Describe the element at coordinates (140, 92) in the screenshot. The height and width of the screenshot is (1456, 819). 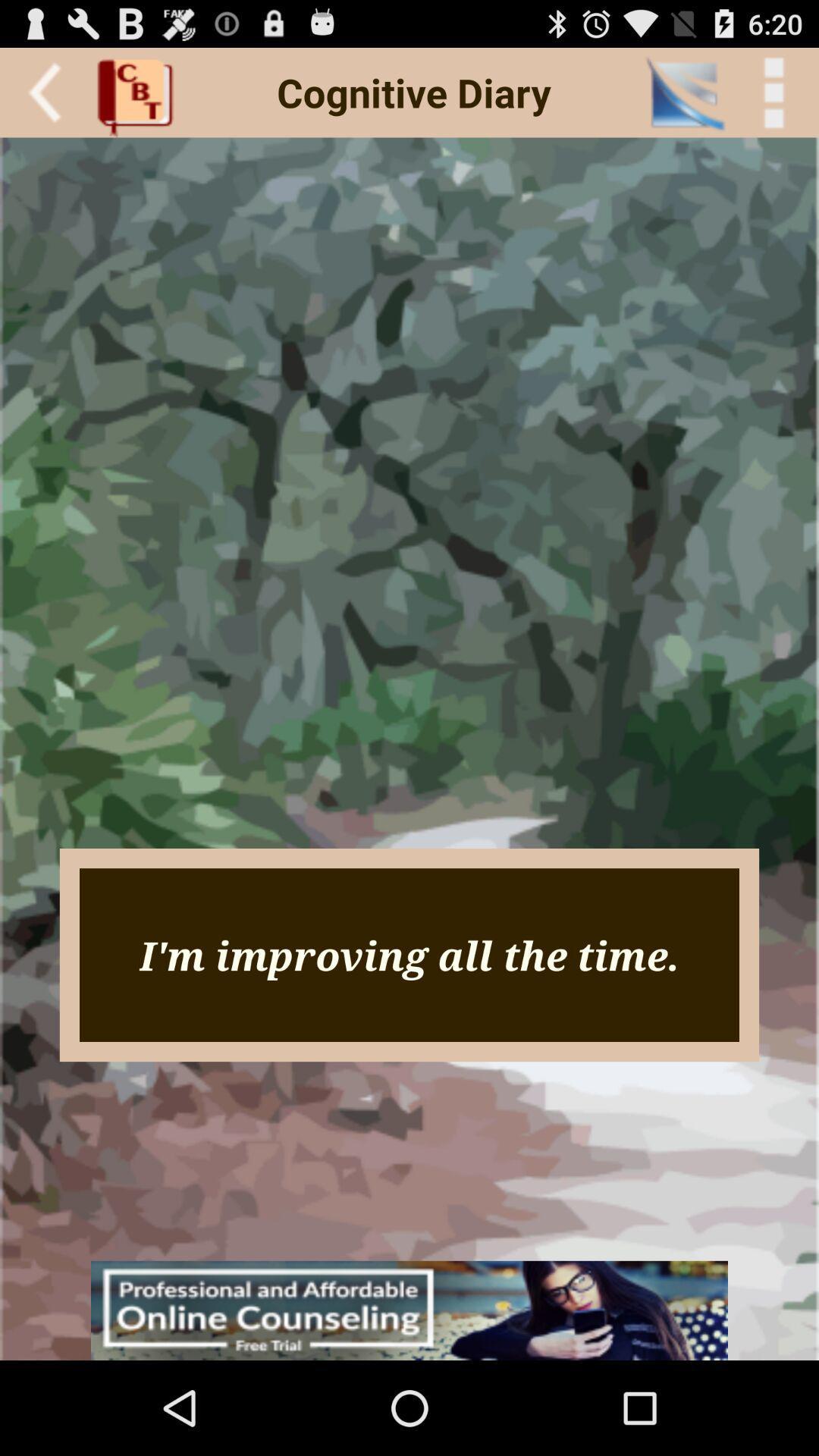
I see `the item to the left of the cognitive diary icon` at that location.